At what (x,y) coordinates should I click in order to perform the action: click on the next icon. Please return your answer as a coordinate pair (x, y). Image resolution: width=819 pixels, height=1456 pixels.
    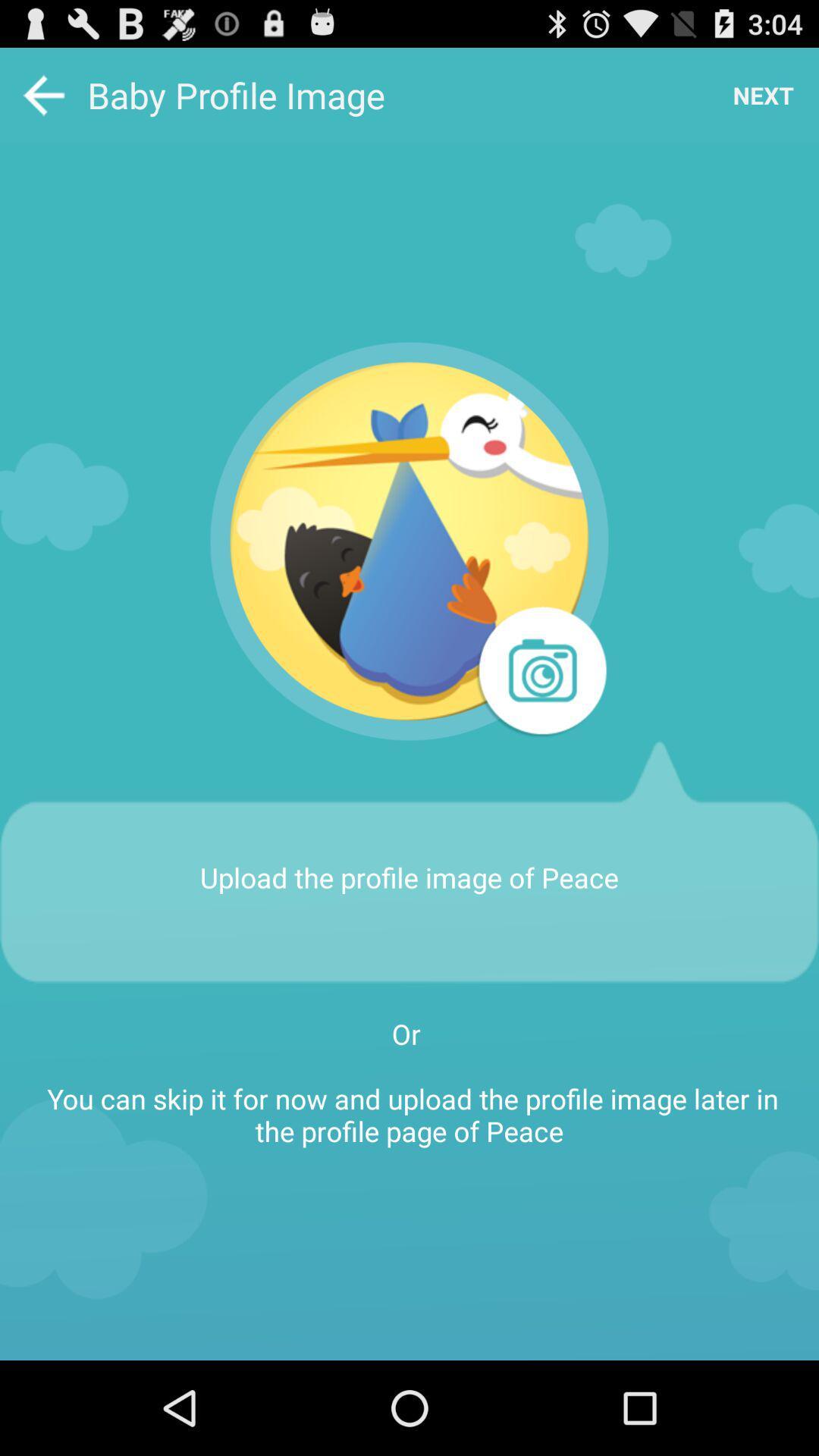
    Looking at the image, I should click on (763, 94).